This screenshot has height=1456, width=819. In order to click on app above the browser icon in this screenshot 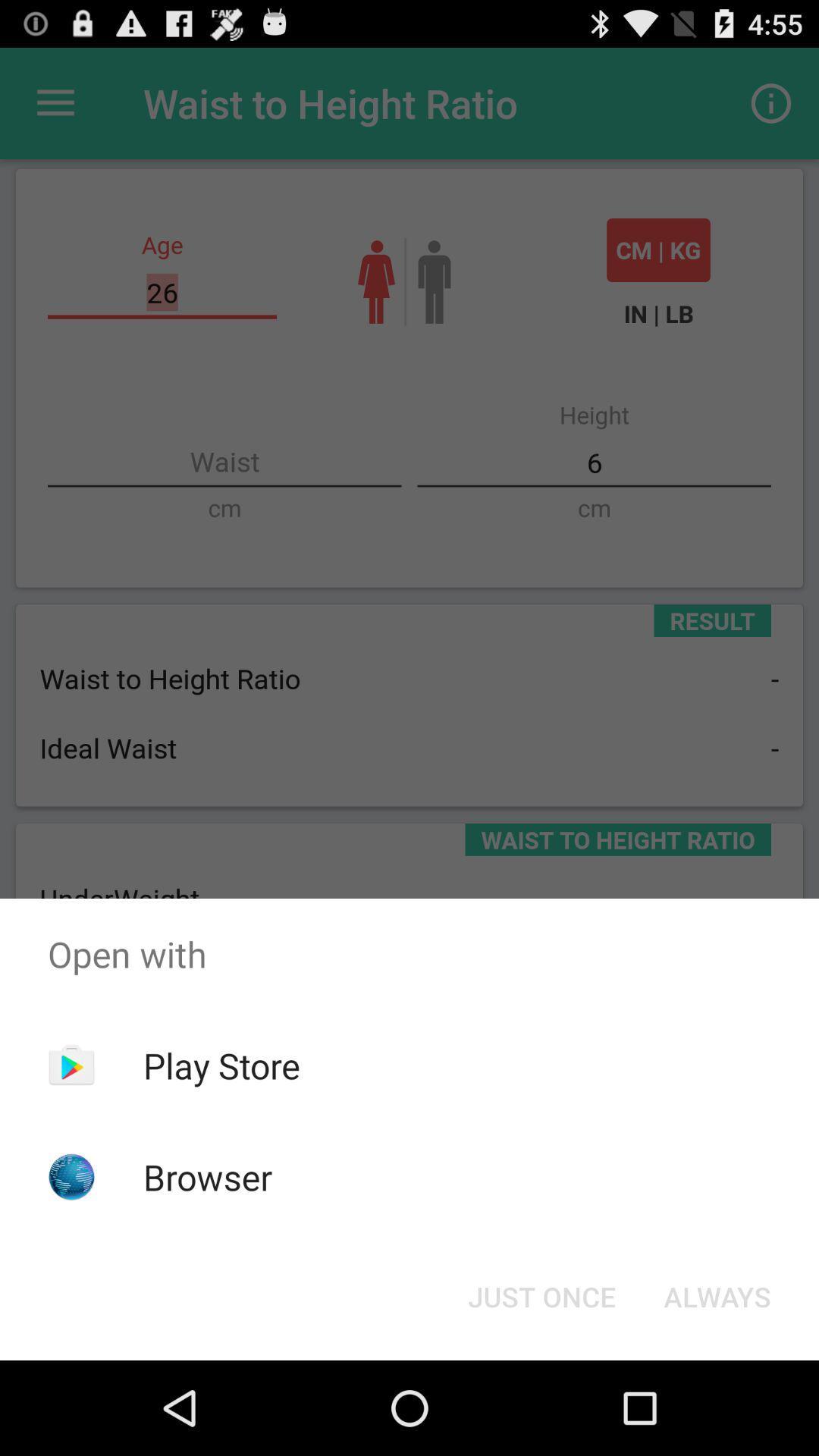, I will do `click(221, 1065)`.